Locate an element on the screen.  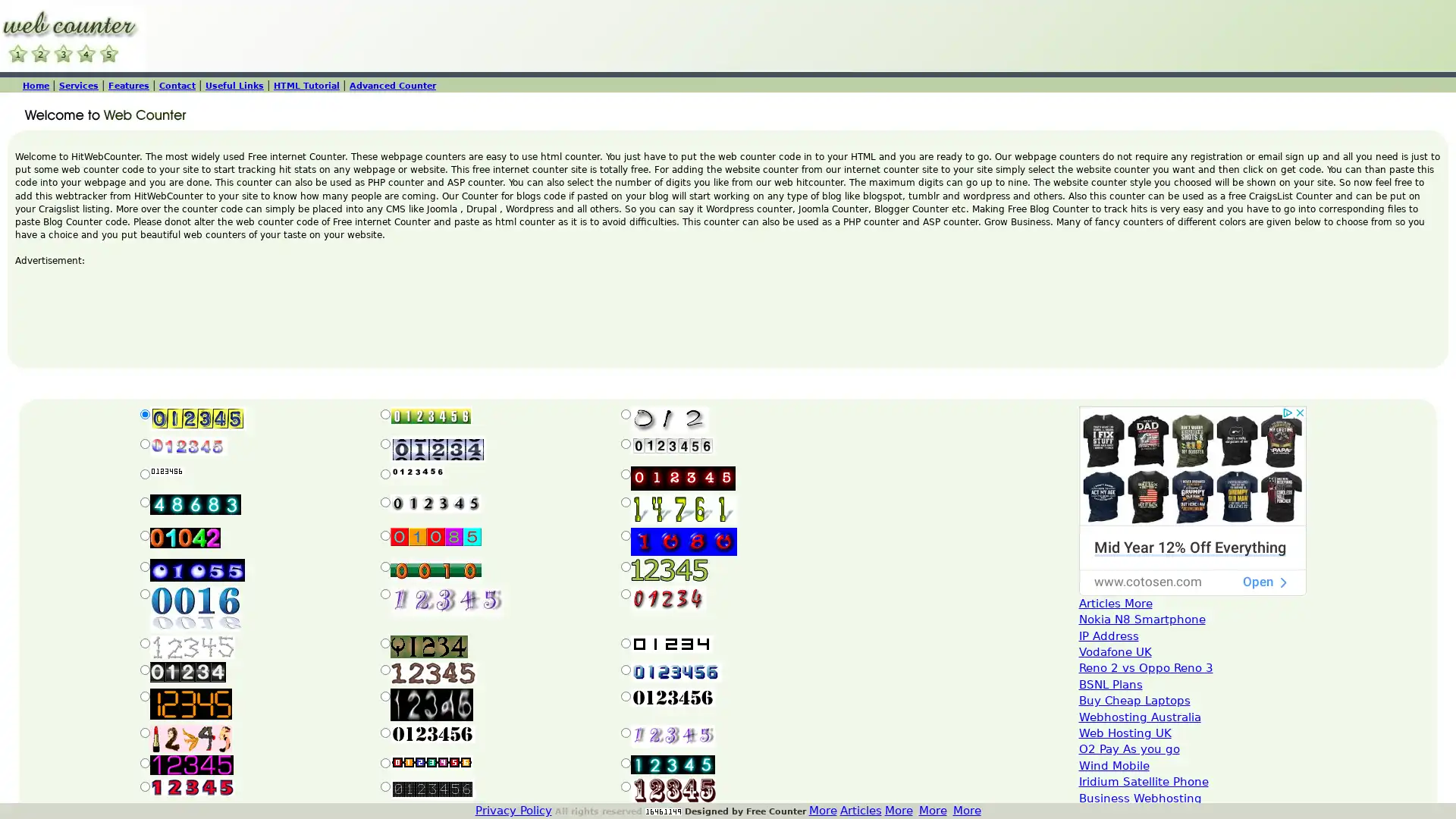
Submit is located at coordinates (195, 607).